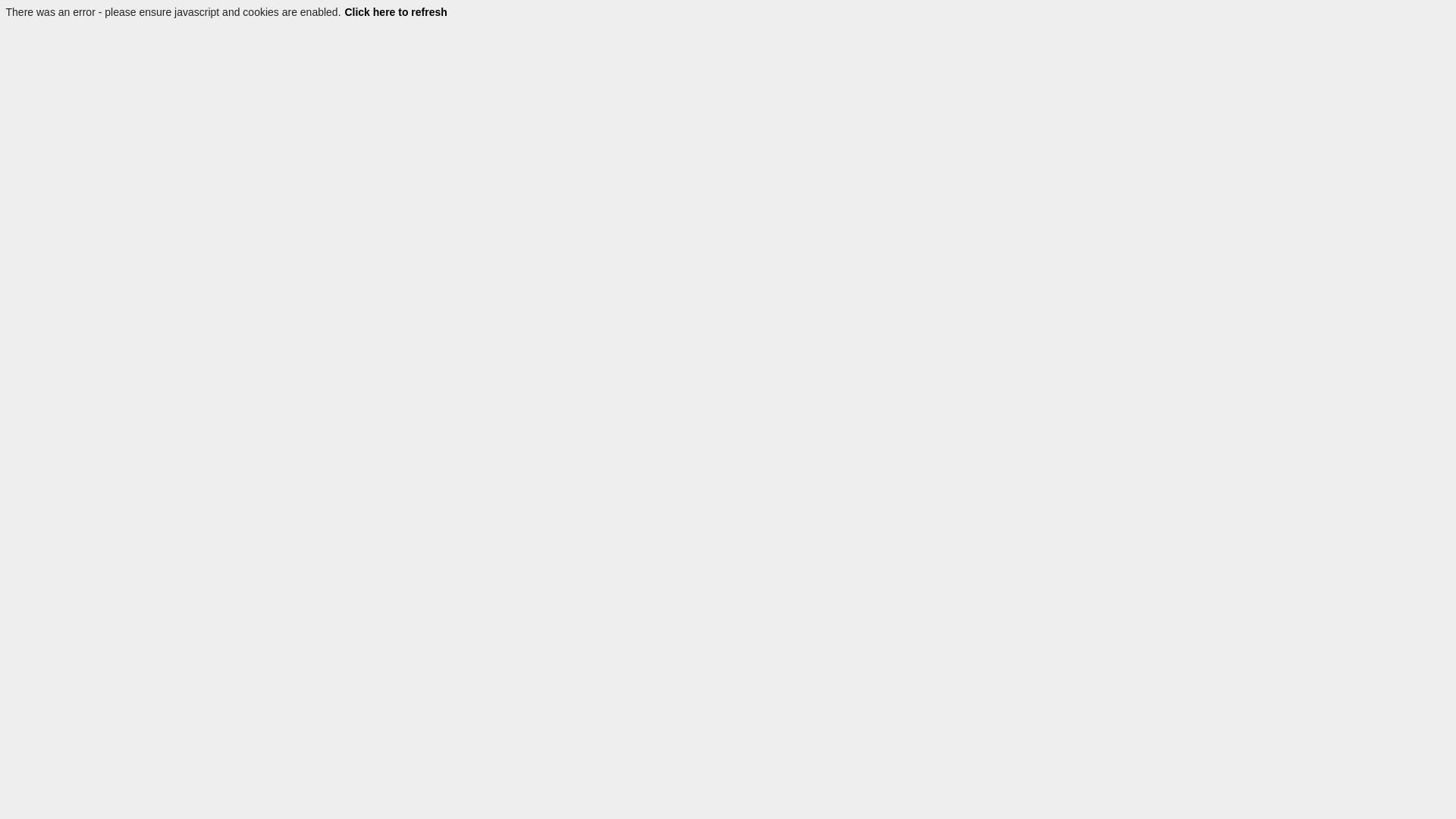  Describe the element at coordinates (342, 11) in the screenshot. I see `'Click here to refresh'` at that location.